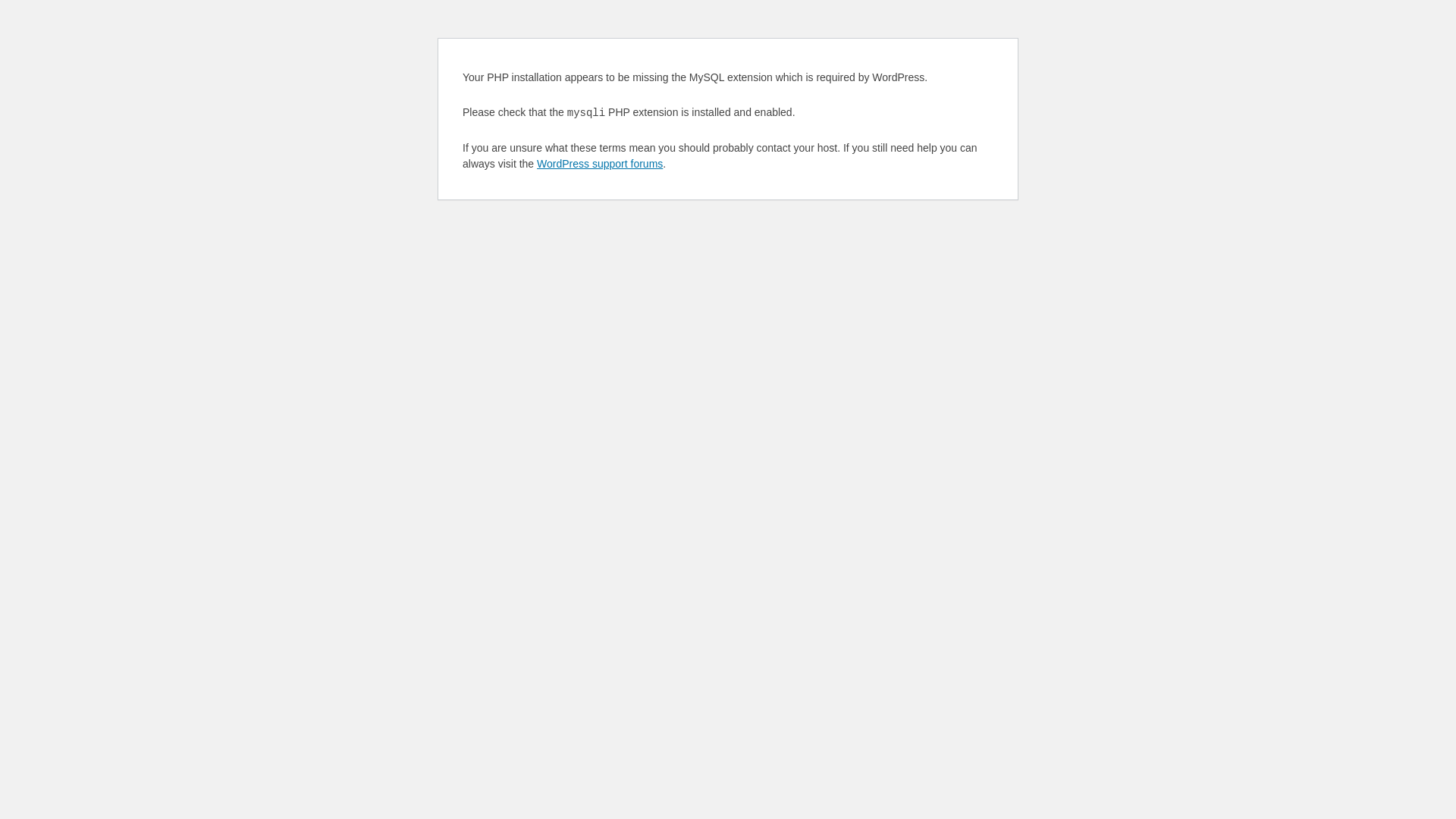 This screenshot has height=819, width=1456. What do you see at coordinates (599, 164) in the screenshot?
I see `'WordPress support forums'` at bounding box center [599, 164].